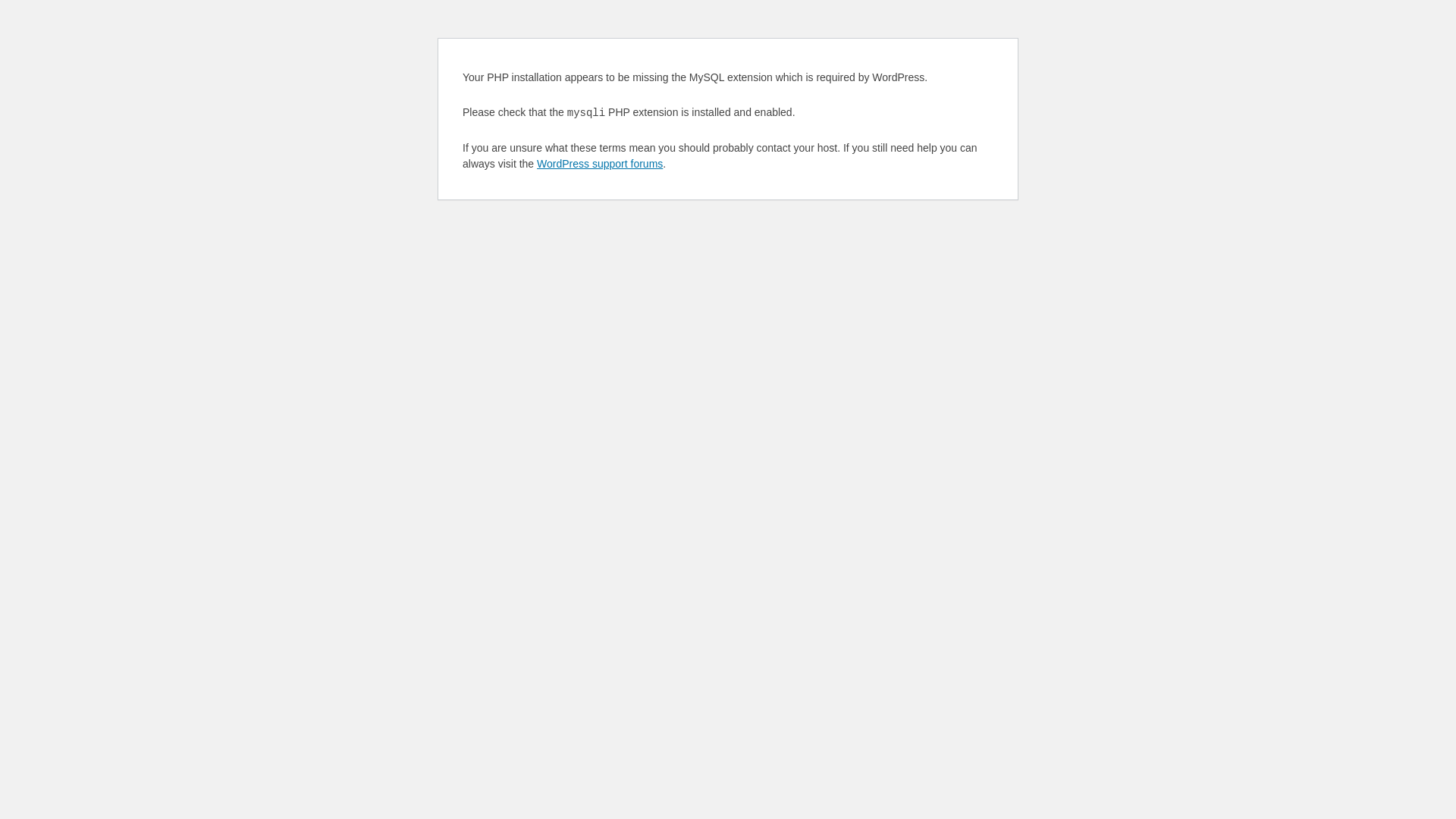 This screenshot has height=819, width=1456. What do you see at coordinates (599, 164) in the screenshot?
I see `'WordPress support forums'` at bounding box center [599, 164].